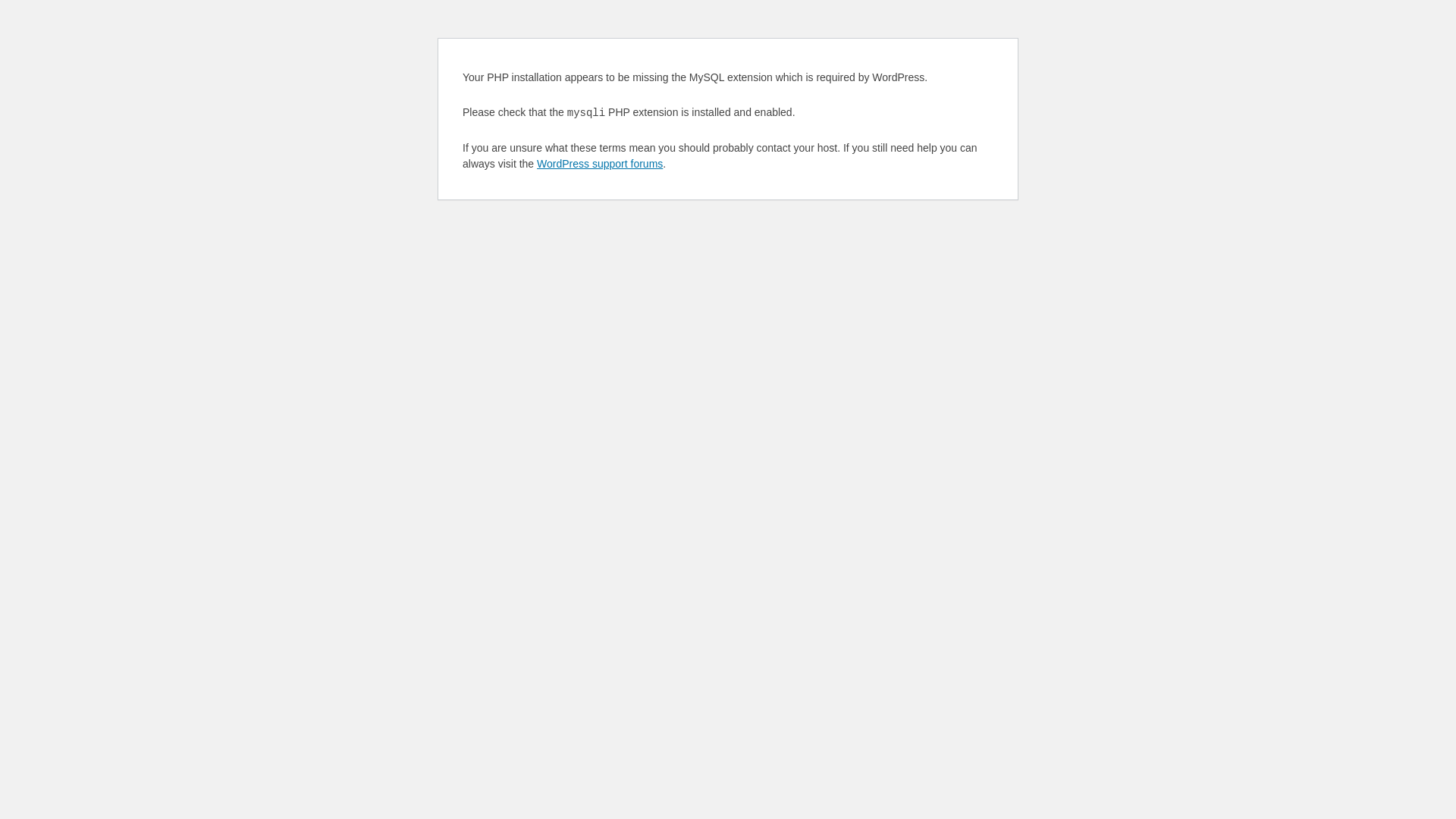 This screenshot has height=819, width=1456. What do you see at coordinates (599, 164) in the screenshot?
I see `'WordPress support forums'` at bounding box center [599, 164].